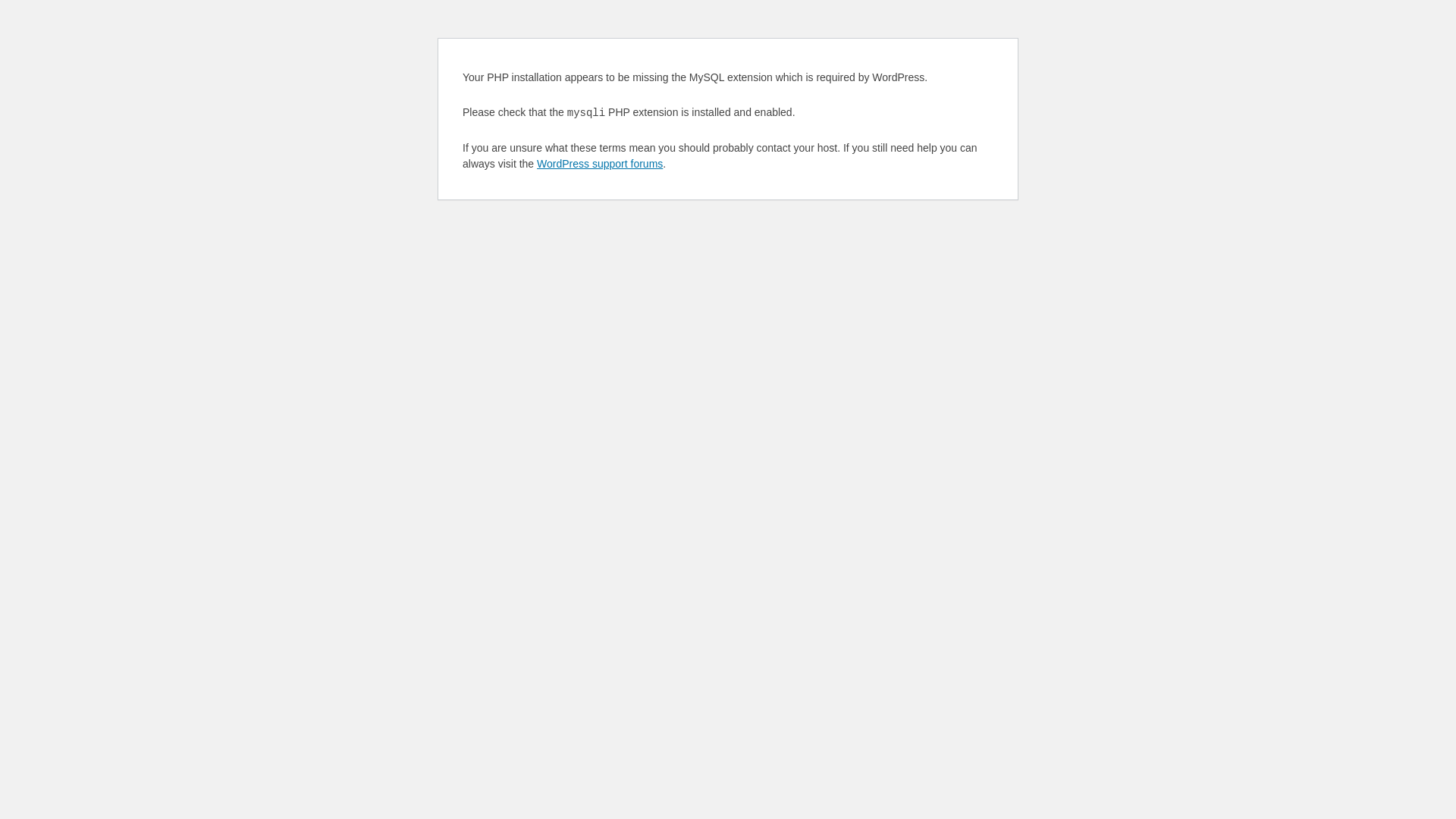 This screenshot has height=819, width=1456. What do you see at coordinates (599, 164) in the screenshot?
I see `'WordPress support forums'` at bounding box center [599, 164].